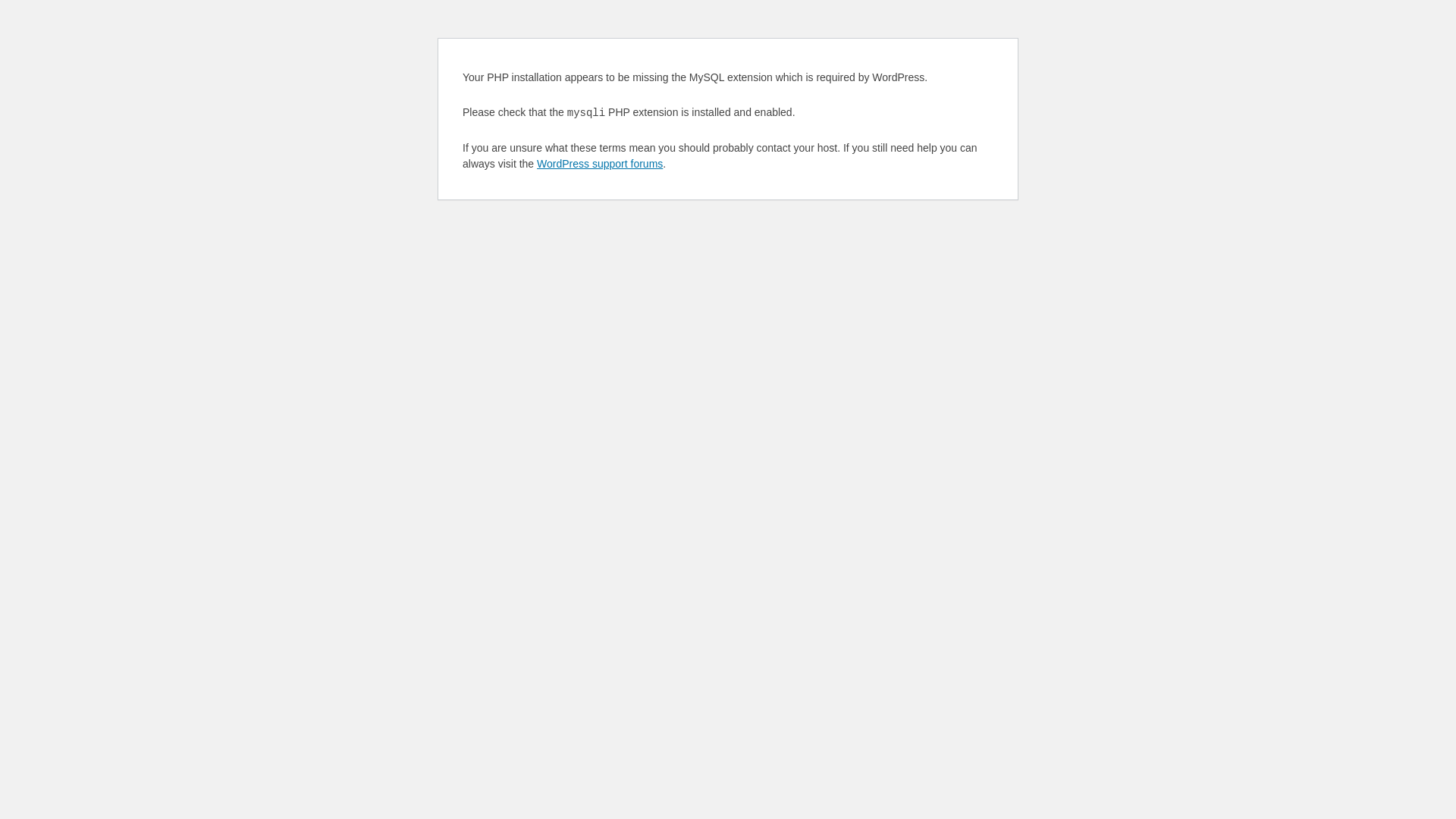 This screenshot has height=819, width=1456. What do you see at coordinates (599, 164) in the screenshot?
I see `'WordPress support forums'` at bounding box center [599, 164].